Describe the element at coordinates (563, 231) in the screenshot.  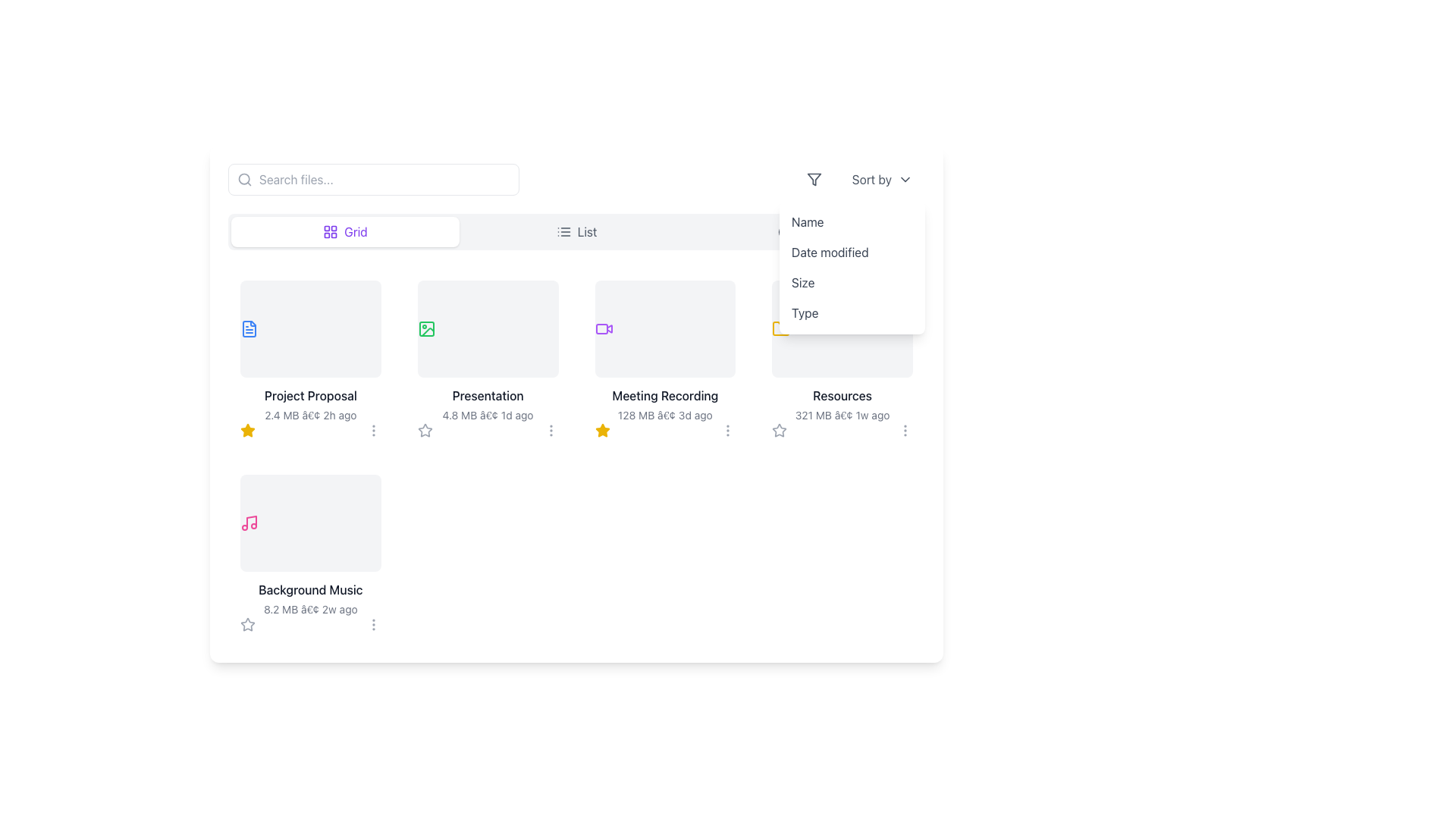
I see `the 'List' icon, which is a compact icon of three horizontal lines with a white background and gray strokes, located` at that location.